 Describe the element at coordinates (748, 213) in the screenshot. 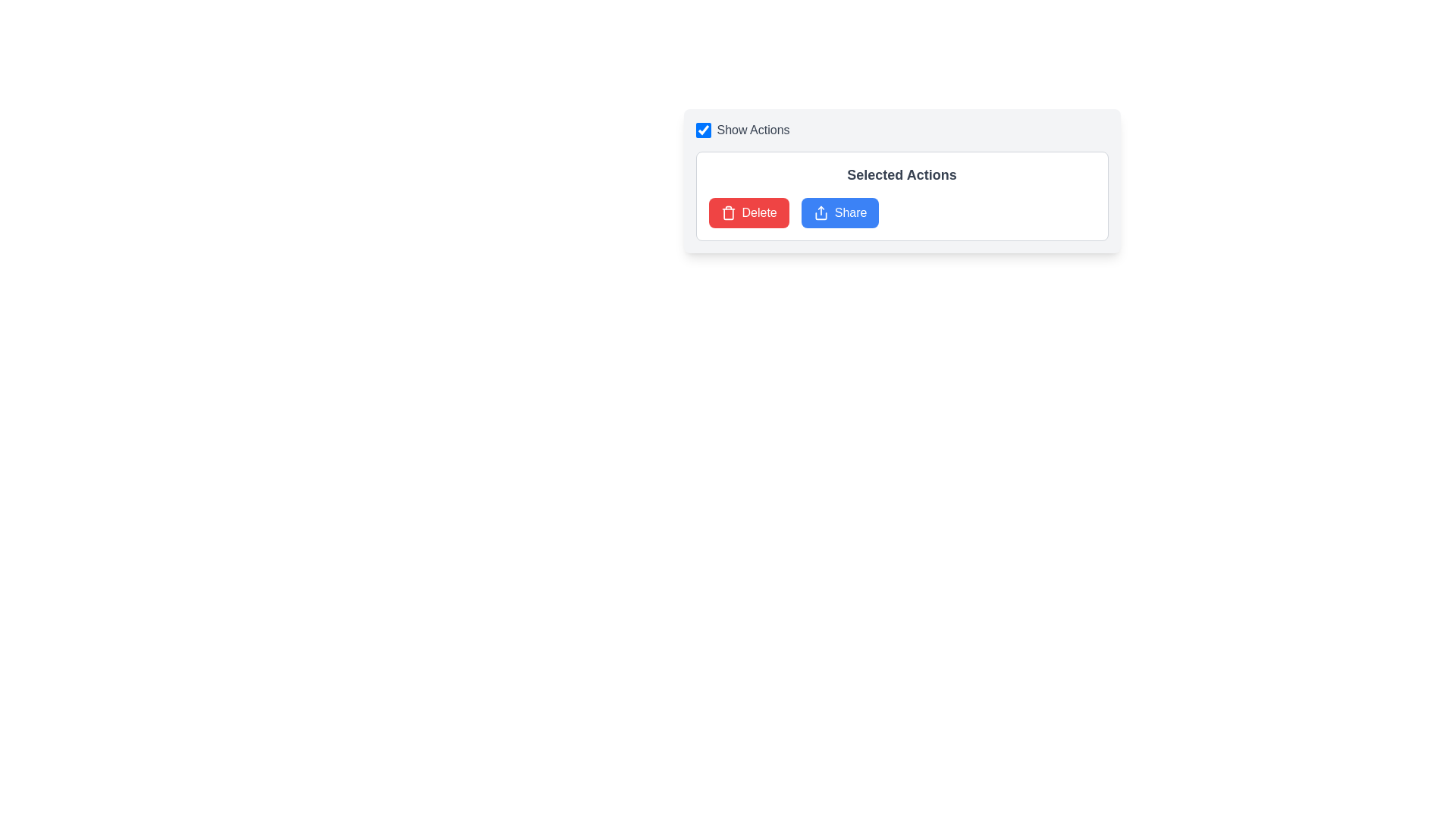

I see `the red 'Delete' button with rounded corners labeled 'Delete'` at that location.